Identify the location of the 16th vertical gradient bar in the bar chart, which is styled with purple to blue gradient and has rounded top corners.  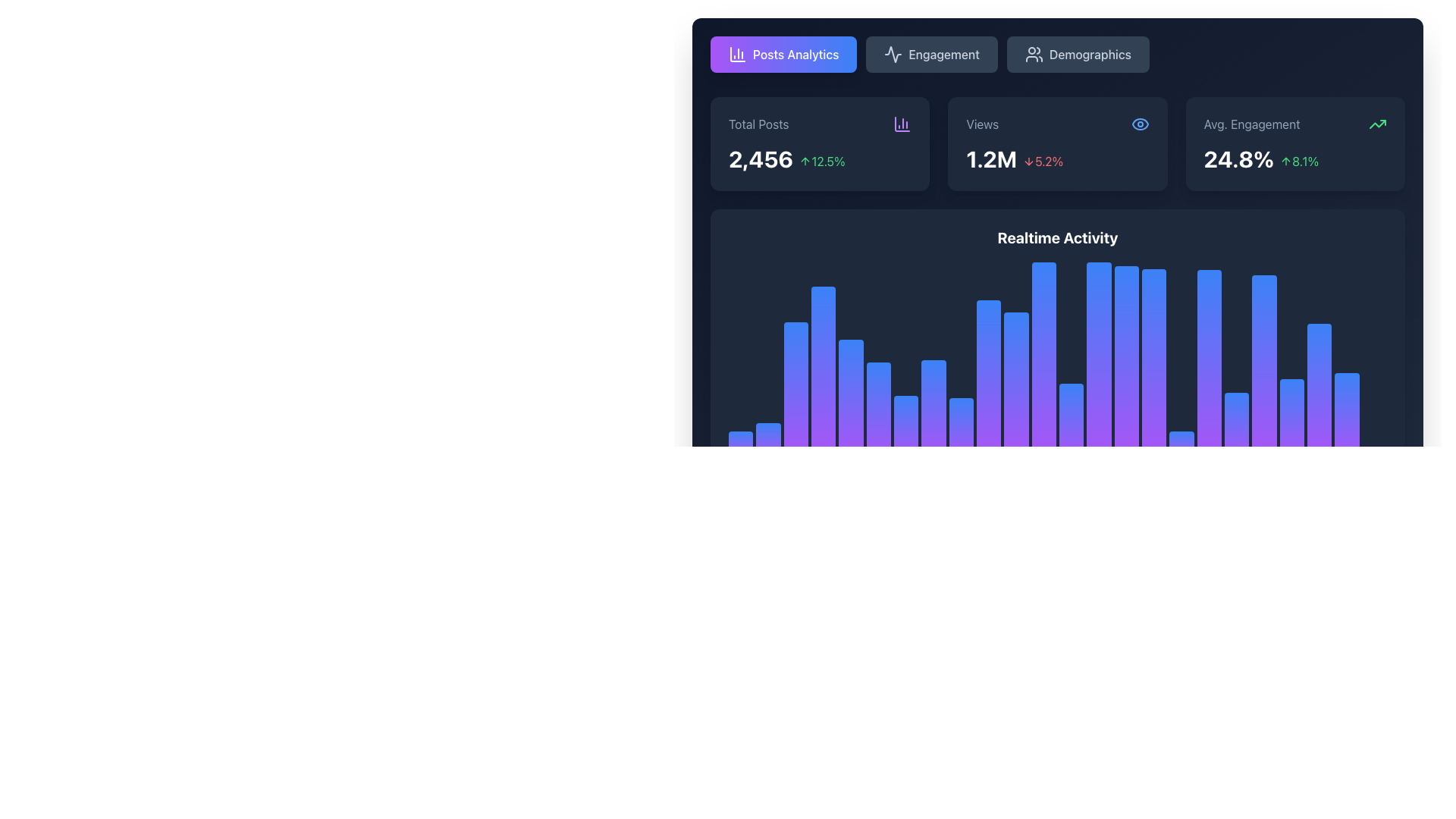
(1153, 425).